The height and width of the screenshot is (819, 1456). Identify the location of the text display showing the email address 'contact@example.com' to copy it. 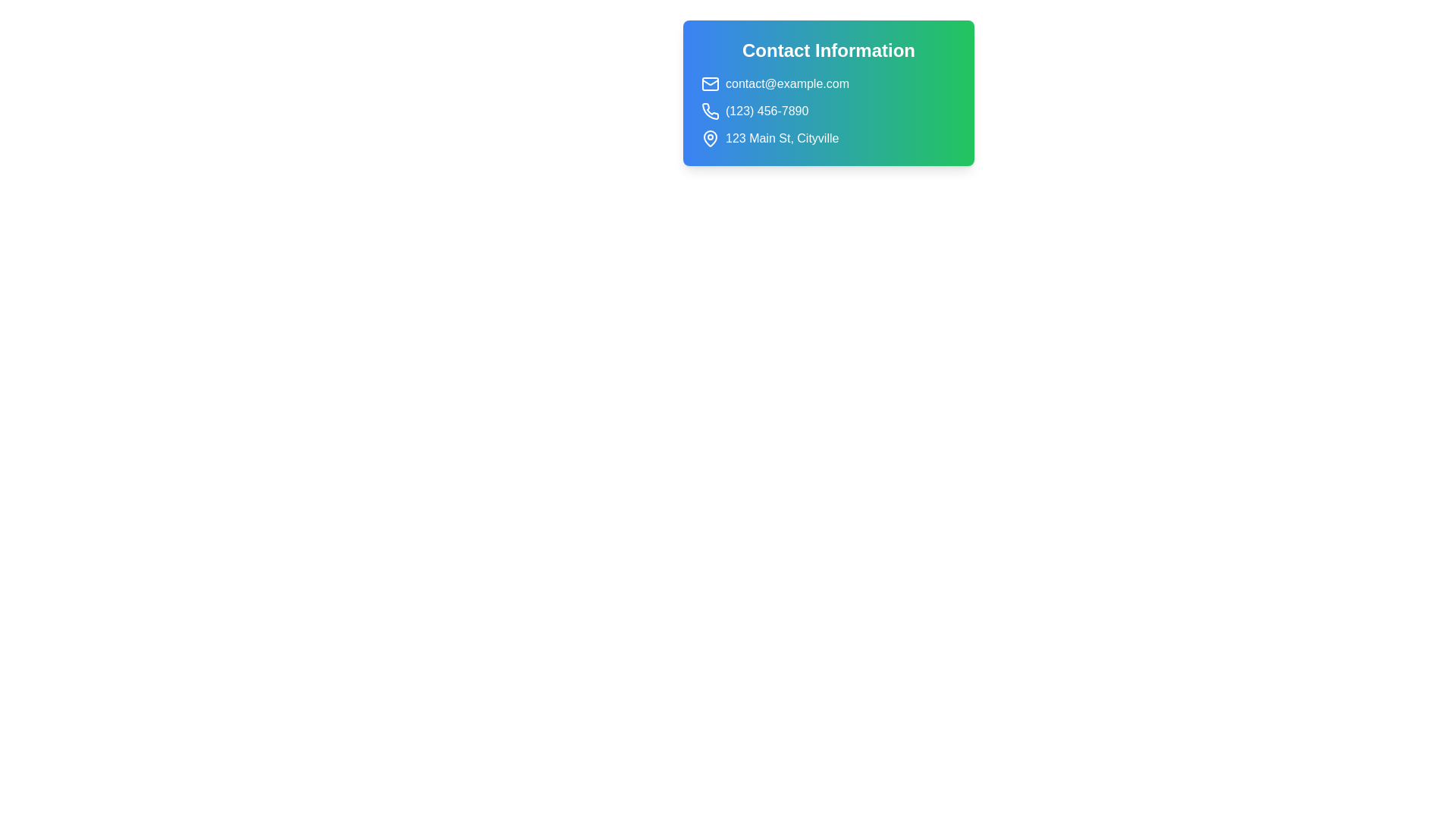
(786, 84).